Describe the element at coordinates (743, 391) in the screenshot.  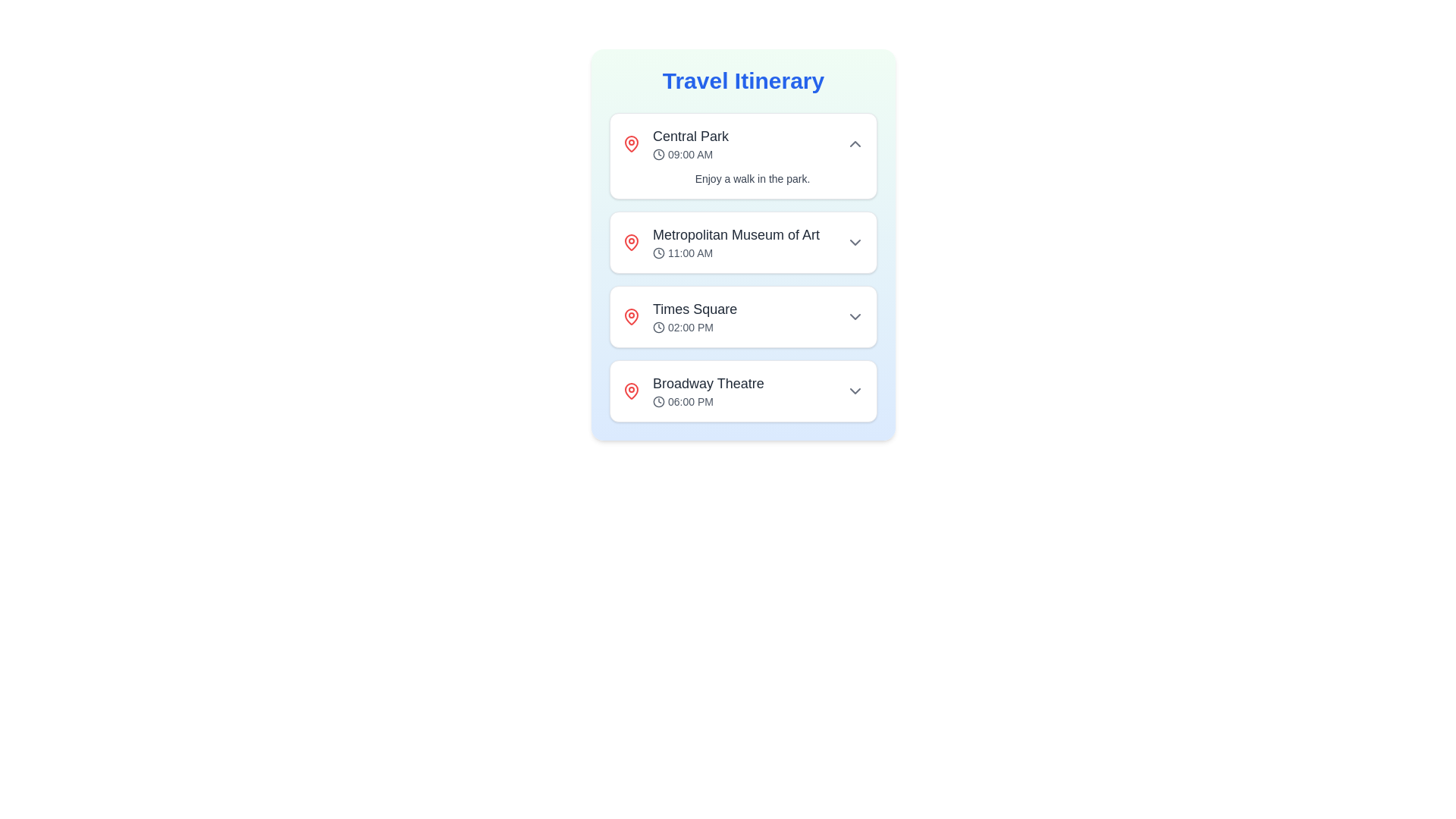
I see `the 'Broadway Theatre' itinerary item, which includes a red map pin icon and an interactive chevron` at that location.